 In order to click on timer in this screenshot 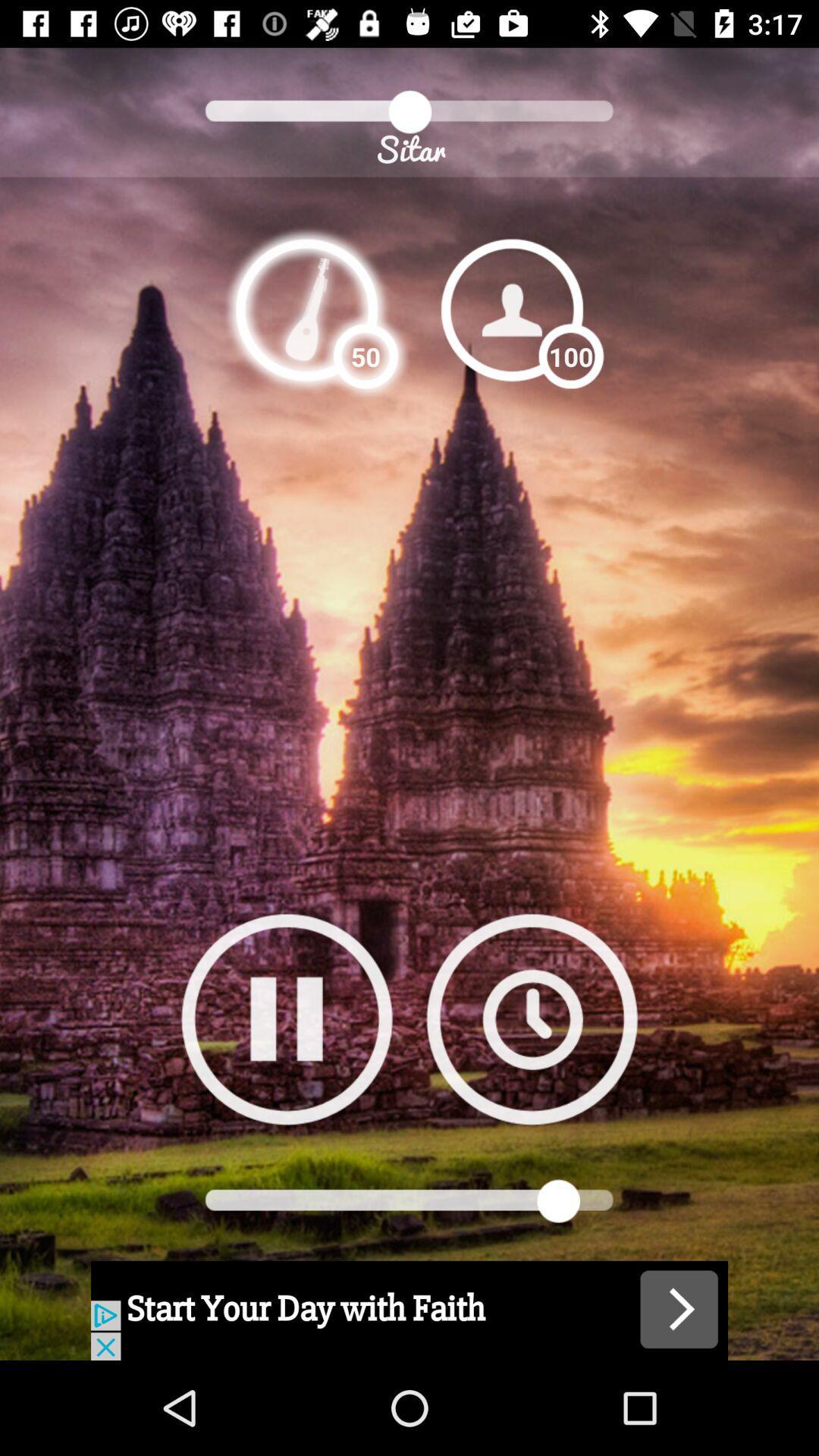, I will do `click(531, 1018)`.